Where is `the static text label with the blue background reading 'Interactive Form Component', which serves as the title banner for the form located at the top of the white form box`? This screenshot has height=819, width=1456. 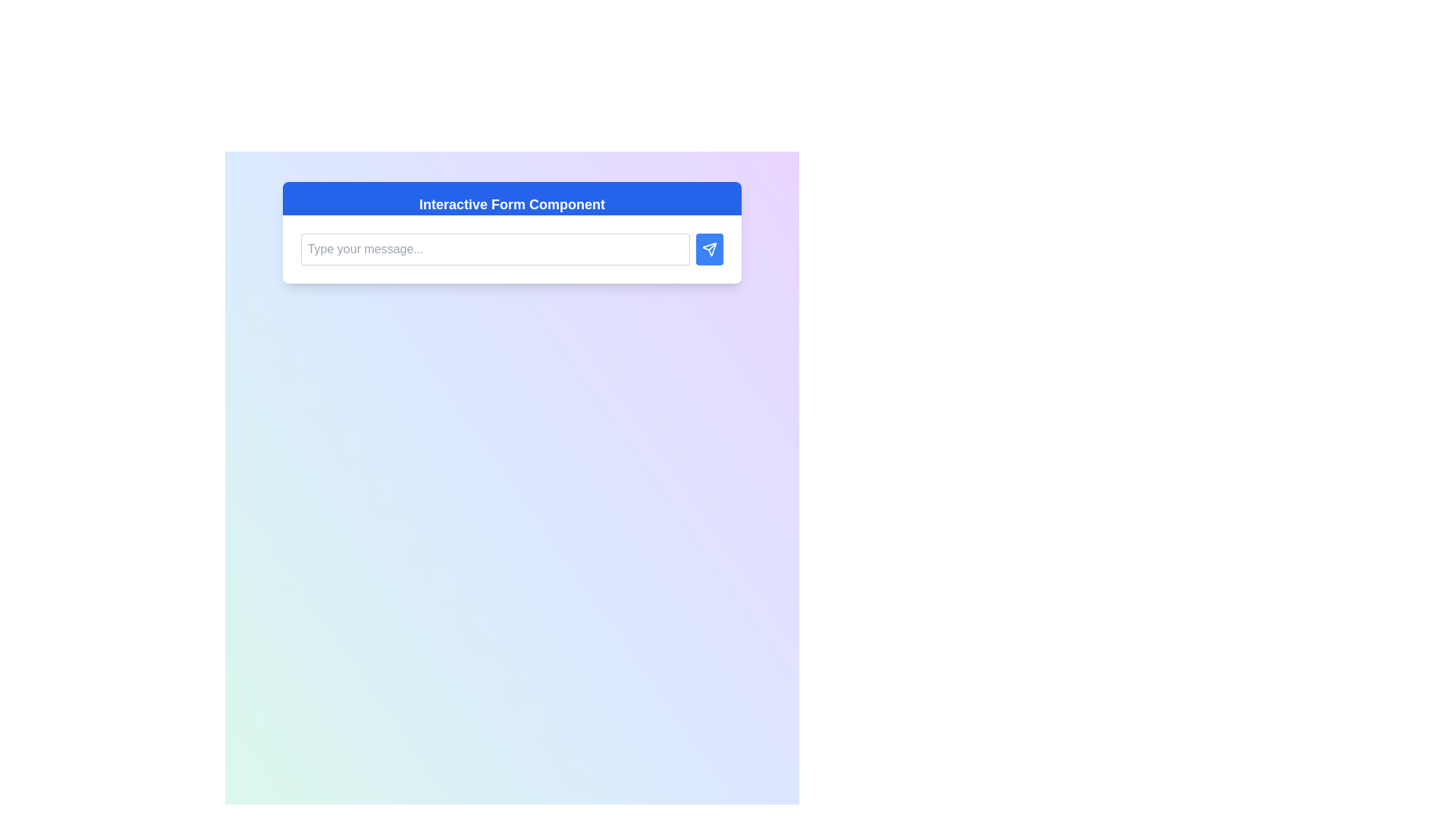
the static text label with the blue background reading 'Interactive Form Component', which serves as the title banner for the form located at the top of the white form box is located at coordinates (512, 198).